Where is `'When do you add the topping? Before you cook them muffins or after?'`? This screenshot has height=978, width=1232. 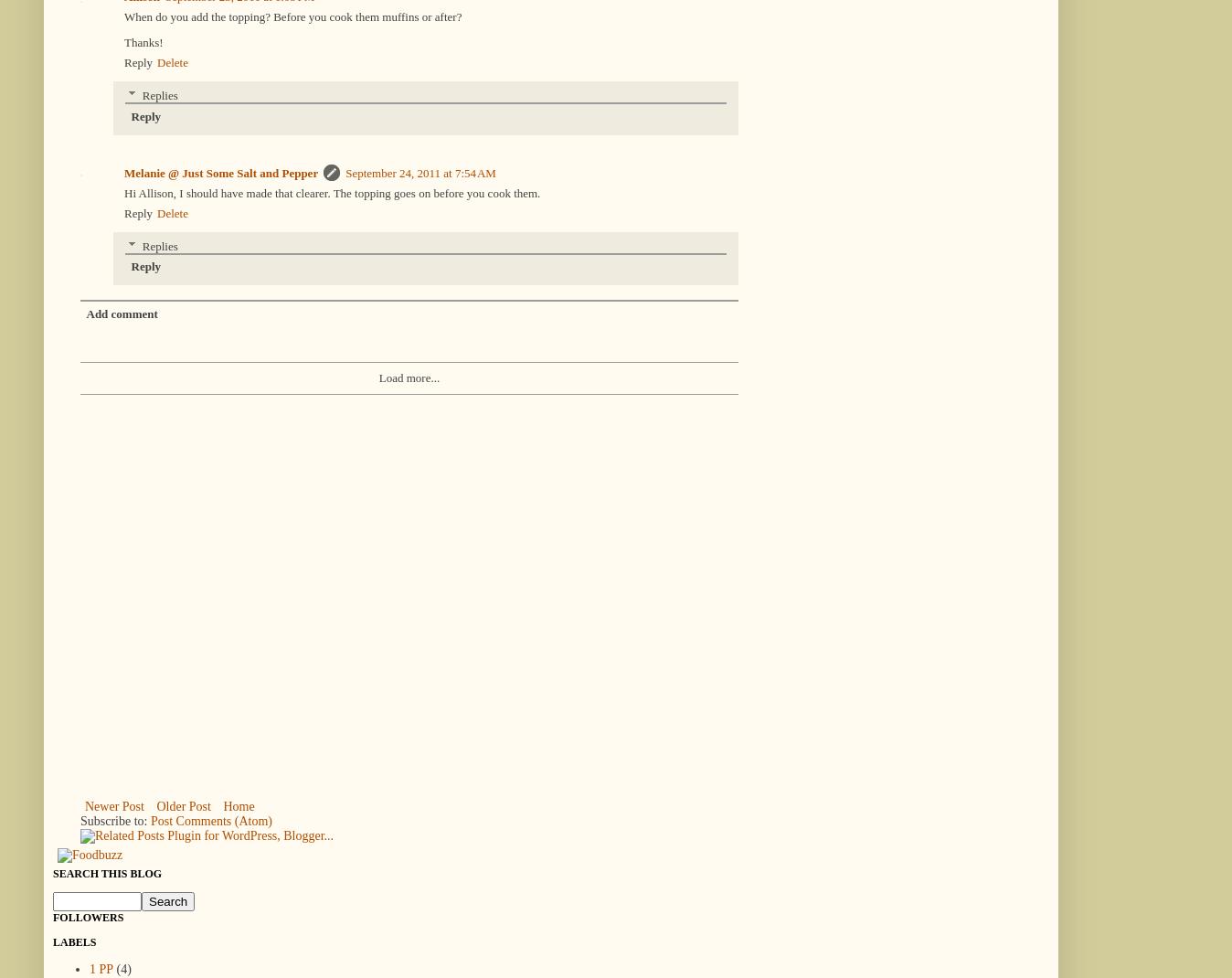 'When do you add the topping? Before you cook them muffins or after?' is located at coordinates (123, 15).